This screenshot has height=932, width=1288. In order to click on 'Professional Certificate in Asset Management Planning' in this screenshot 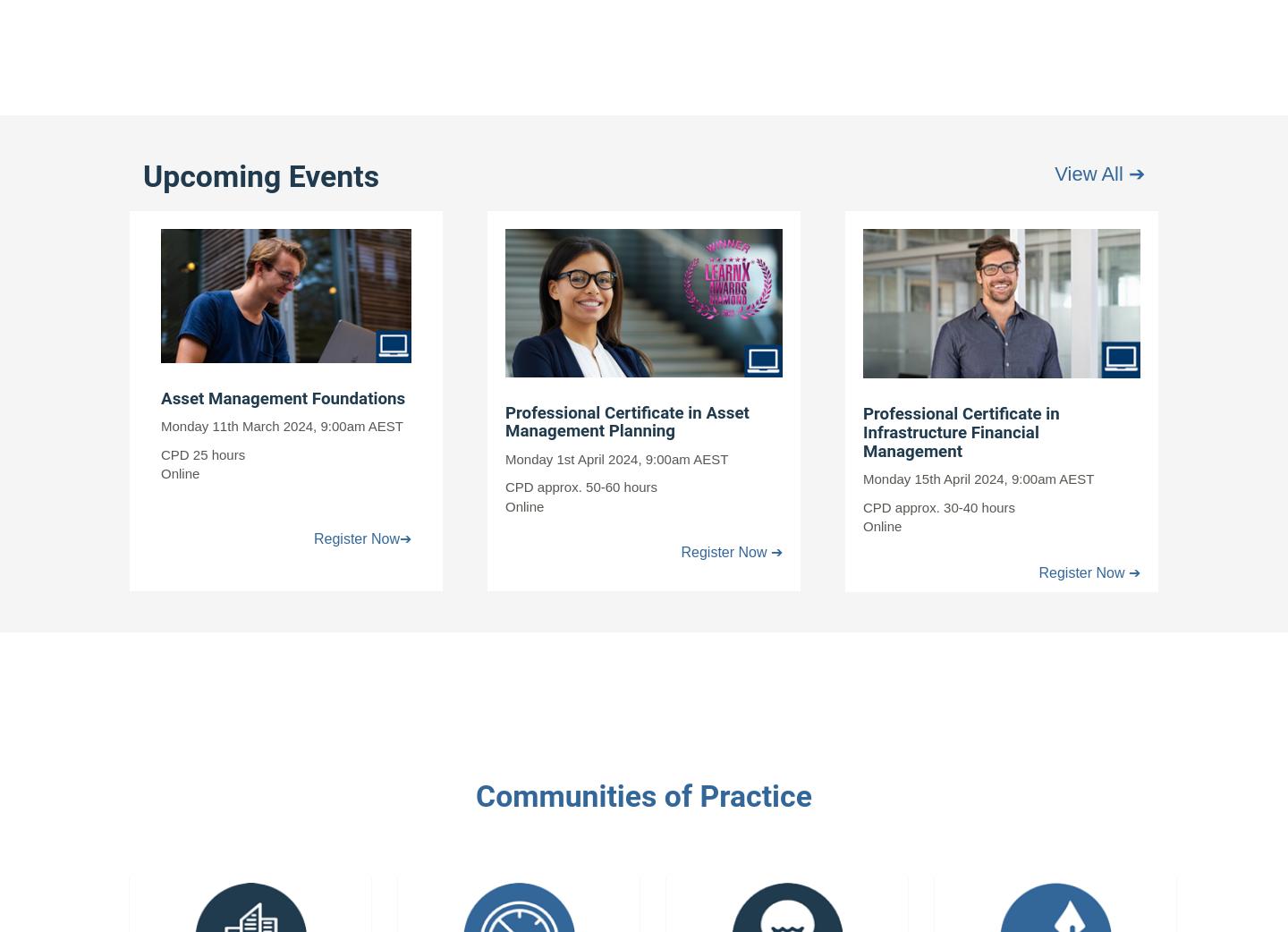, I will do `click(626, 421)`.